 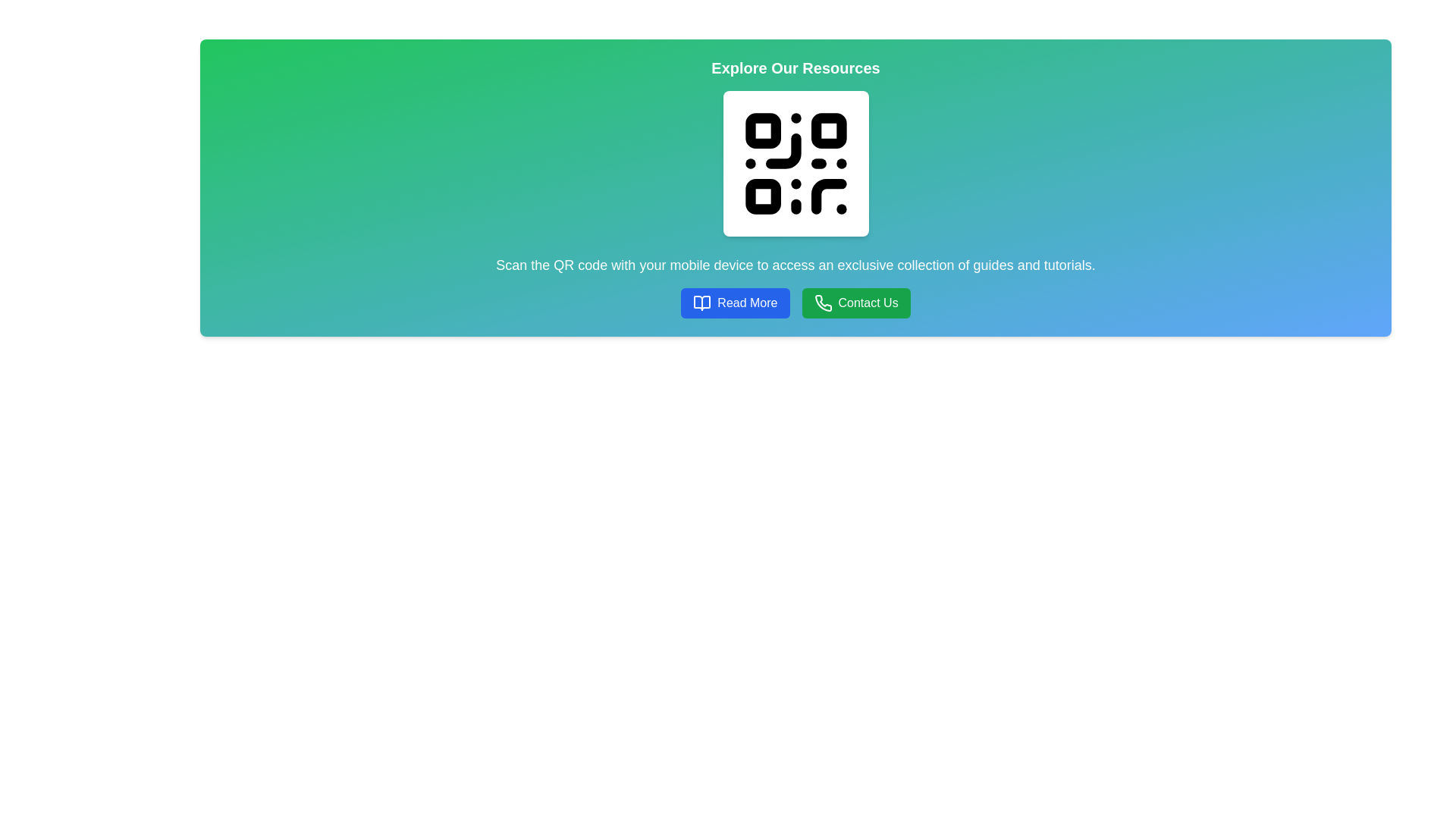 I want to click on the phone icon, which is styled in a clean, thin-line design and located on a green circular surface within the 'Contact Us' button at the bottom-right section of the page, so click(x=822, y=303).